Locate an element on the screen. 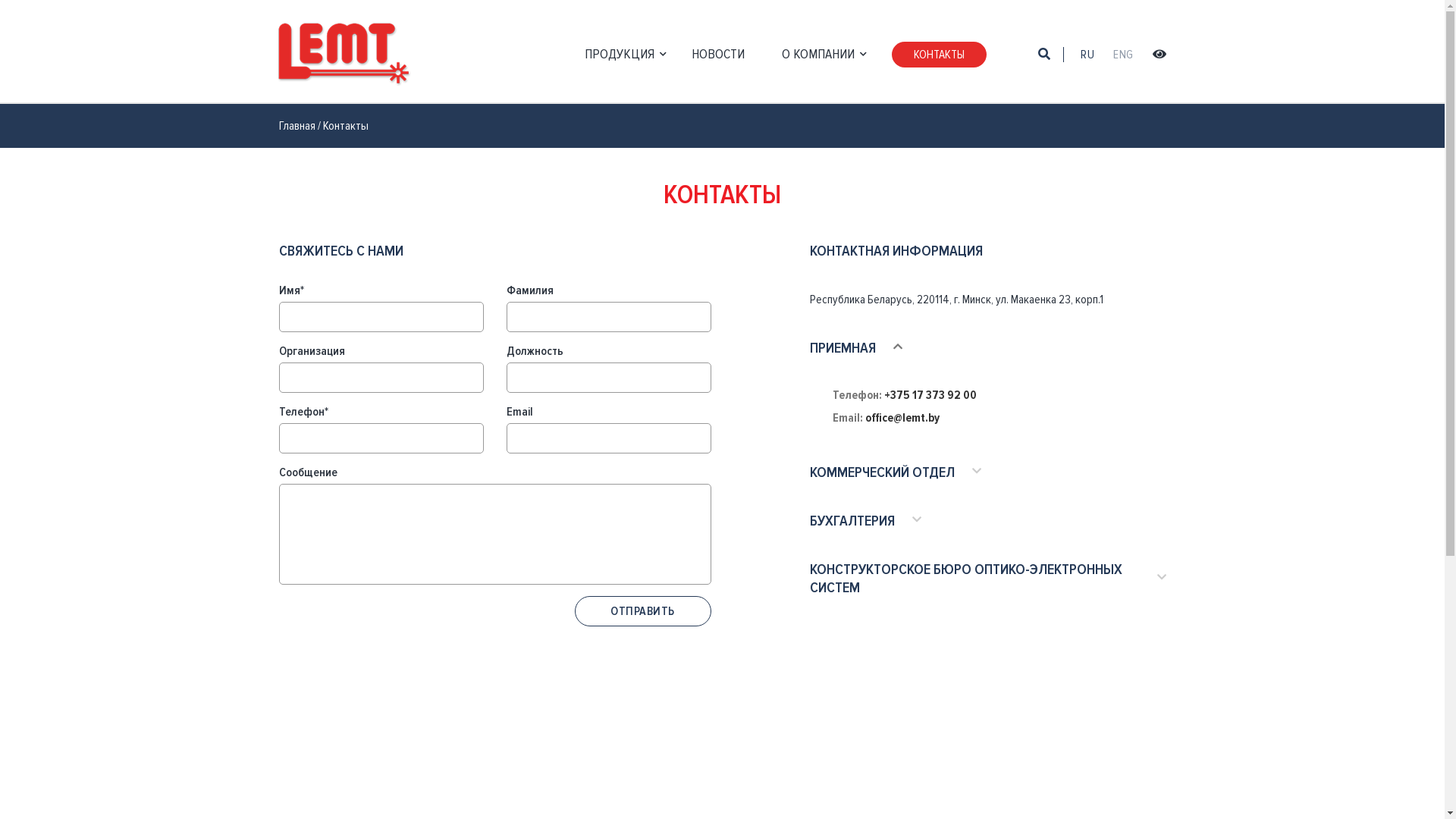  'office@lemt.by' is located at coordinates (902, 418).